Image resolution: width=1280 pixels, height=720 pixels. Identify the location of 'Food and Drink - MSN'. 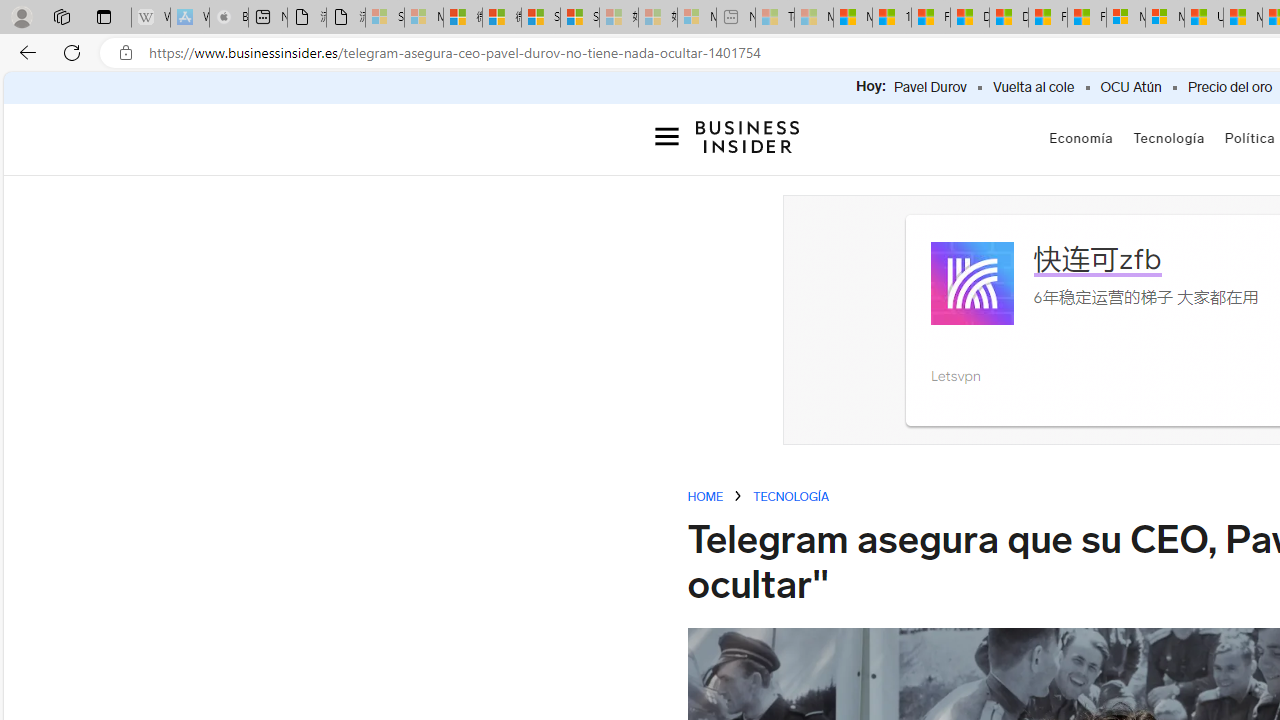
(929, 17).